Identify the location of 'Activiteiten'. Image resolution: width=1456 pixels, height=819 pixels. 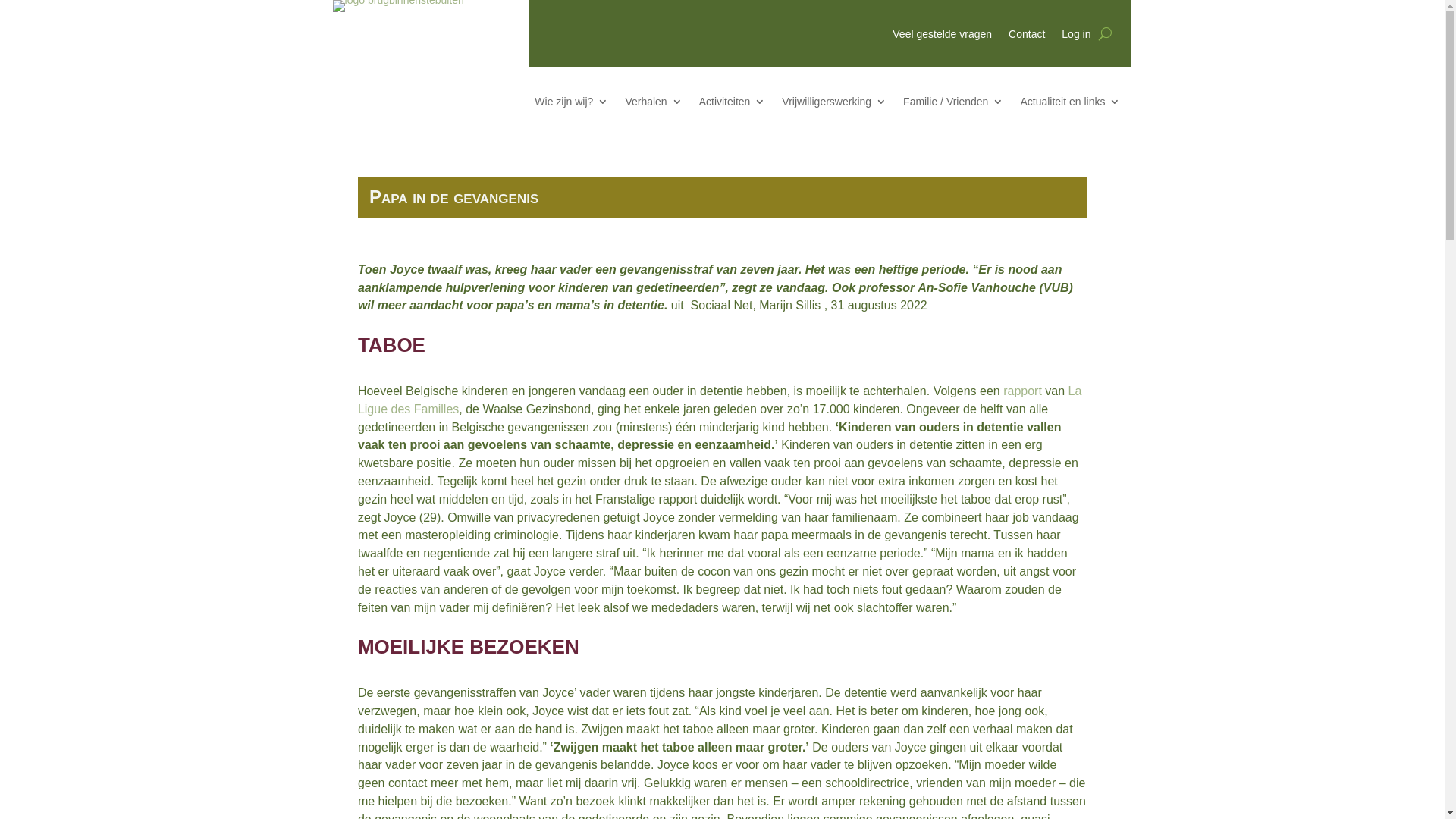
(732, 104).